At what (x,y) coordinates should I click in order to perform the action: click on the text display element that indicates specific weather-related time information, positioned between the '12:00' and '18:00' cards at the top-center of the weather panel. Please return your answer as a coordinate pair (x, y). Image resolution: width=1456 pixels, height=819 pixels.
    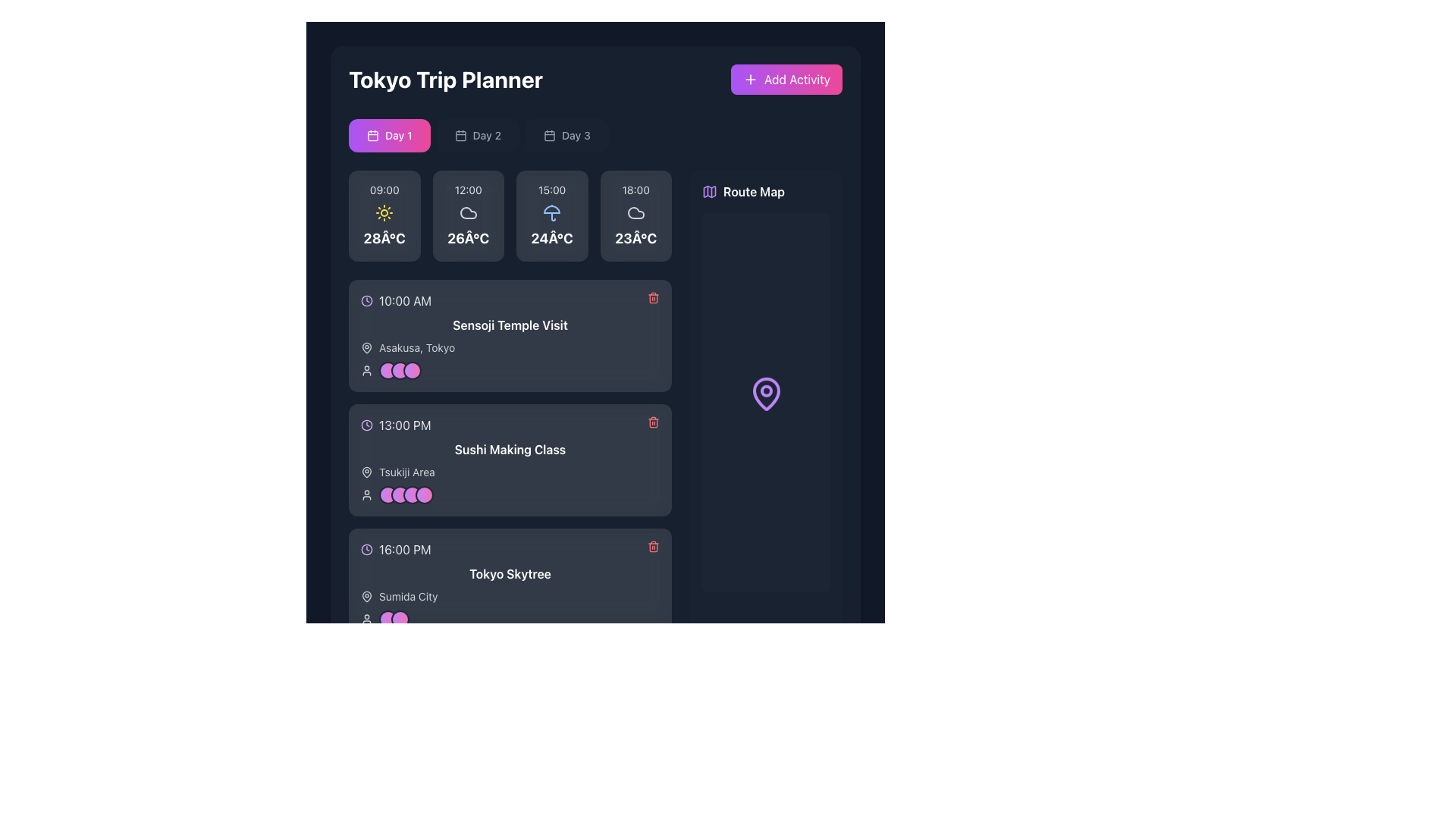
    Looking at the image, I should click on (551, 189).